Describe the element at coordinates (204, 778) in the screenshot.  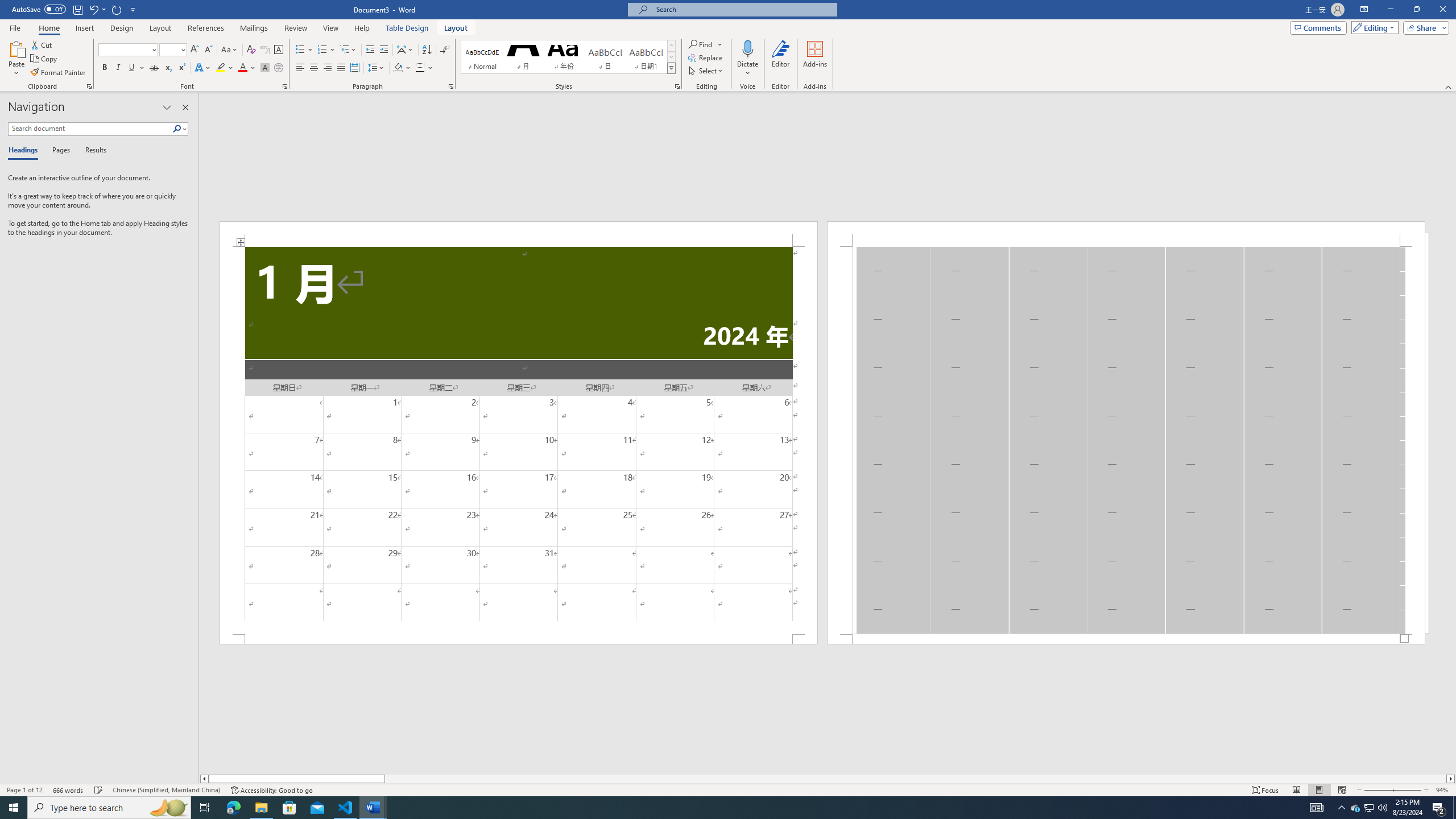
I see `'Column left'` at that location.